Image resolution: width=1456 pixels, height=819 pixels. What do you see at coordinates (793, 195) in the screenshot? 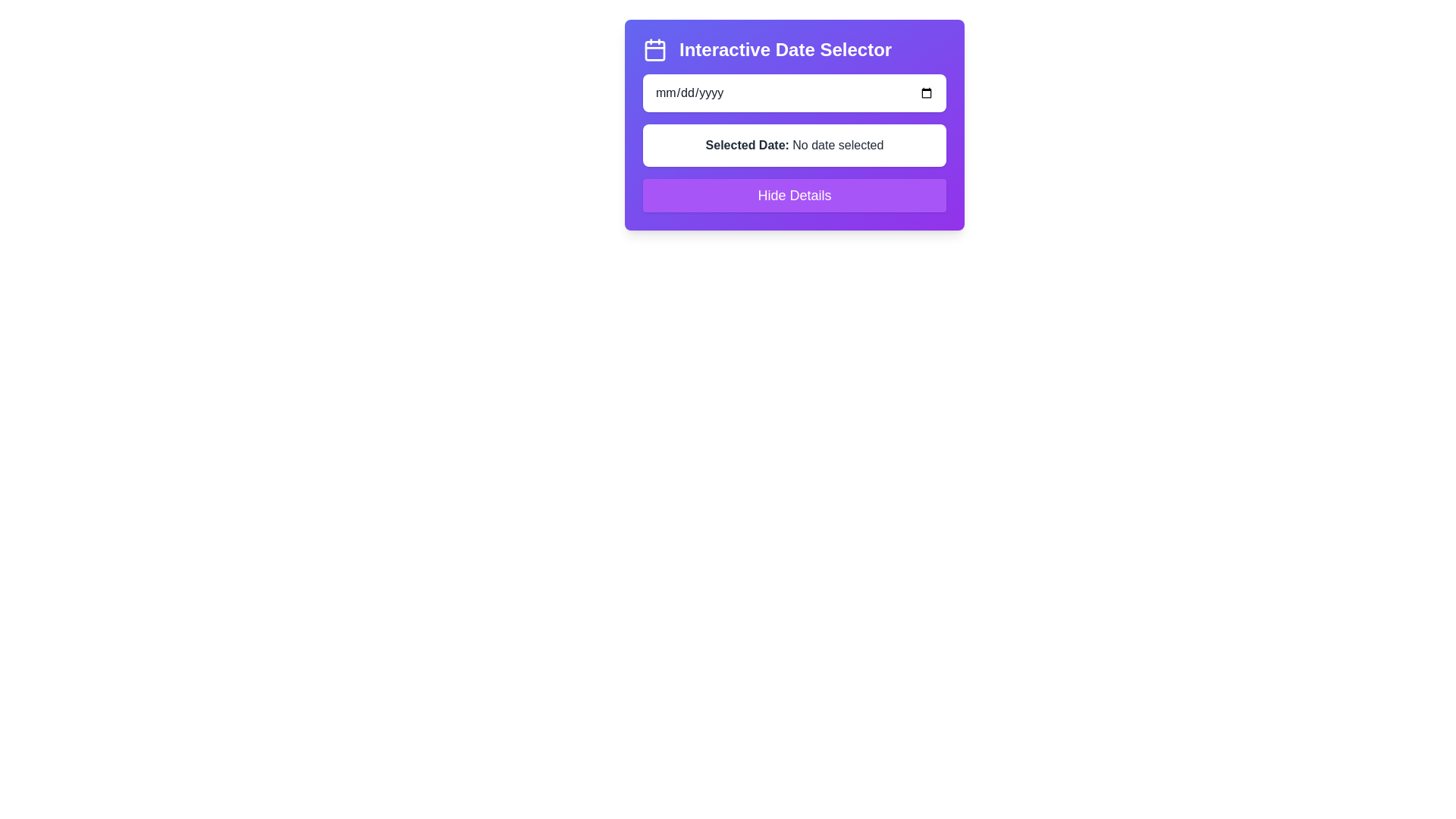
I see `the rectangular button with a purple background and white text saying 'Hide Details'` at bounding box center [793, 195].